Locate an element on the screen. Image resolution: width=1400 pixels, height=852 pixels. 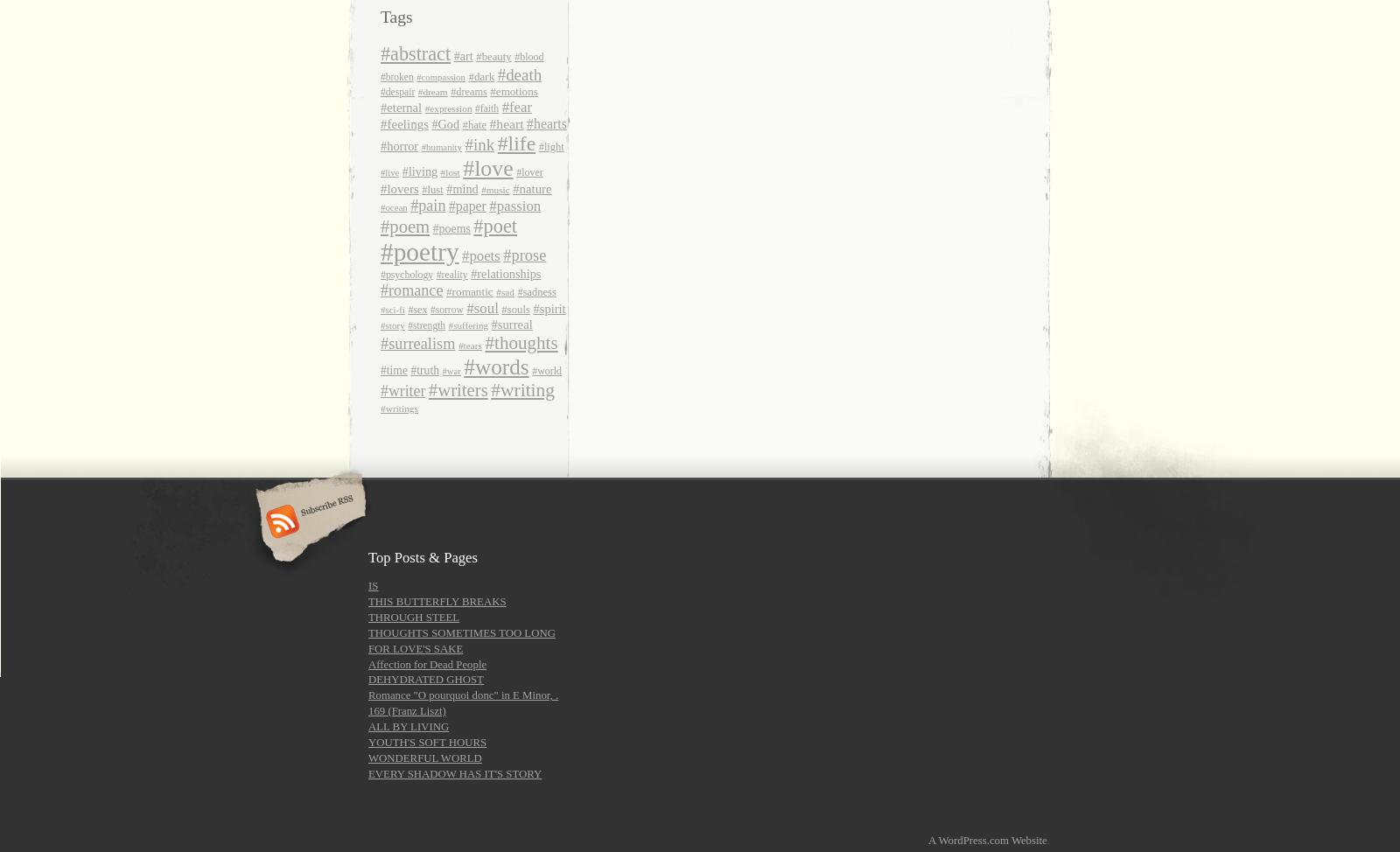
'.' is located at coordinates (1048, 838).